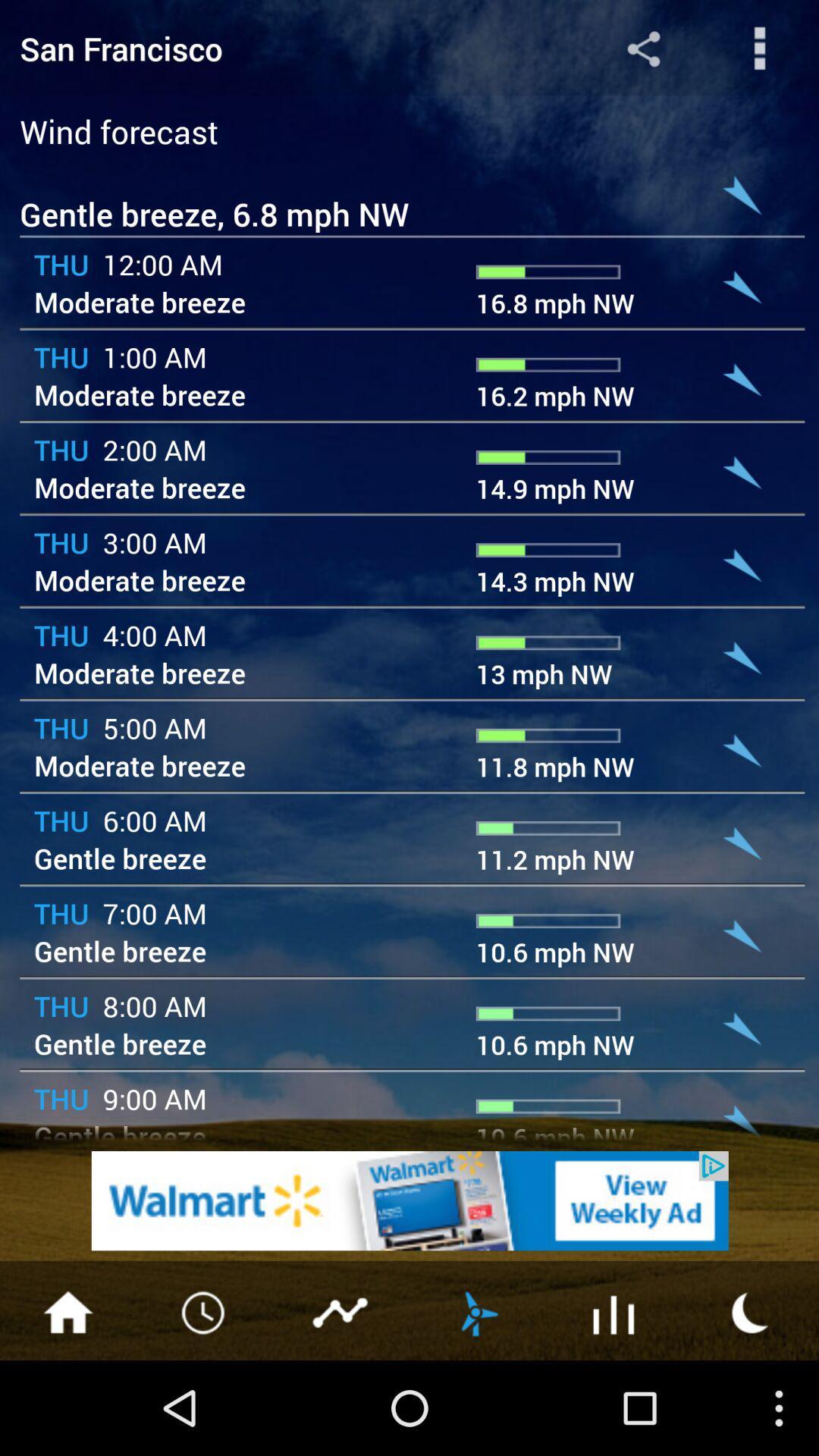 The height and width of the screenshot is (1456, 819). Describe the element at coordinates (643, 48) in the screenshot. I see `ssare button` at that location.